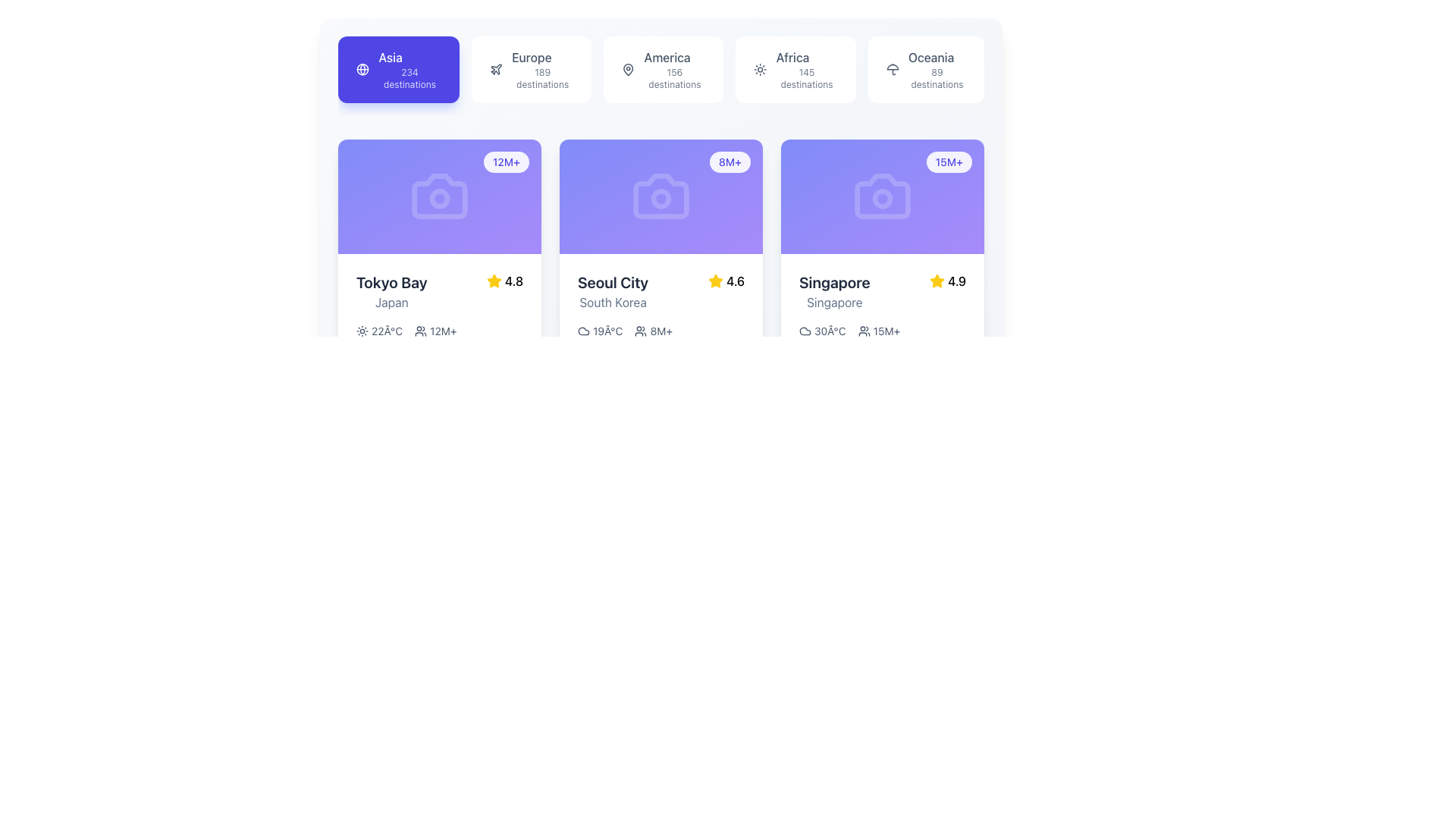  What do you see at coordinates (806, 70) in the screenshot?
I see `the button labeled 'Africa' which displays '145 destinations' beneath it` at bounding box center [806, 70].